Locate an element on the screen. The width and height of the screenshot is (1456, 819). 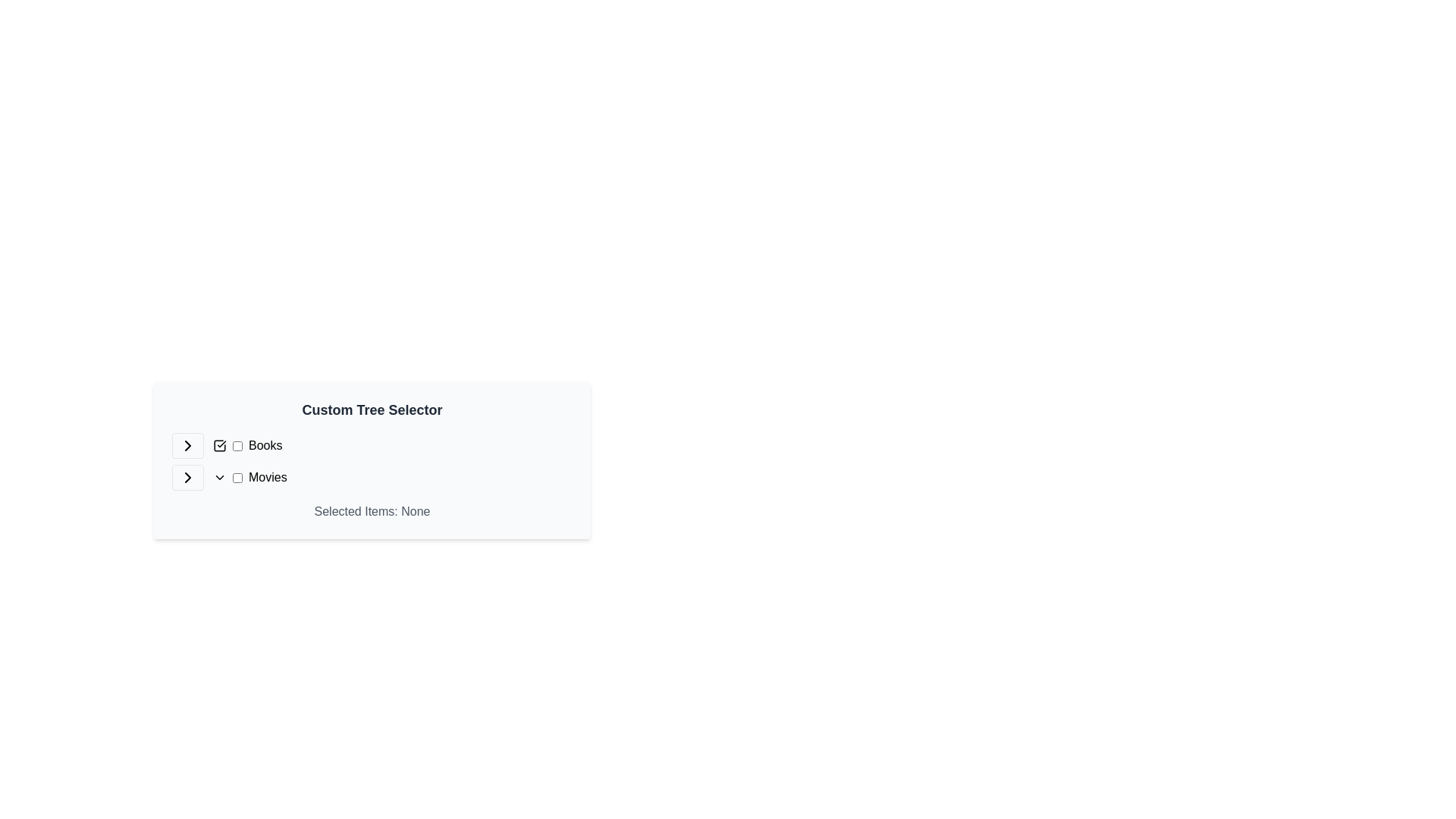
the small, square checkbox that is positioned adjacent to the 'Books' label in the Custom Tree Selector interface to focus on it is located at coordinates (237, 444).